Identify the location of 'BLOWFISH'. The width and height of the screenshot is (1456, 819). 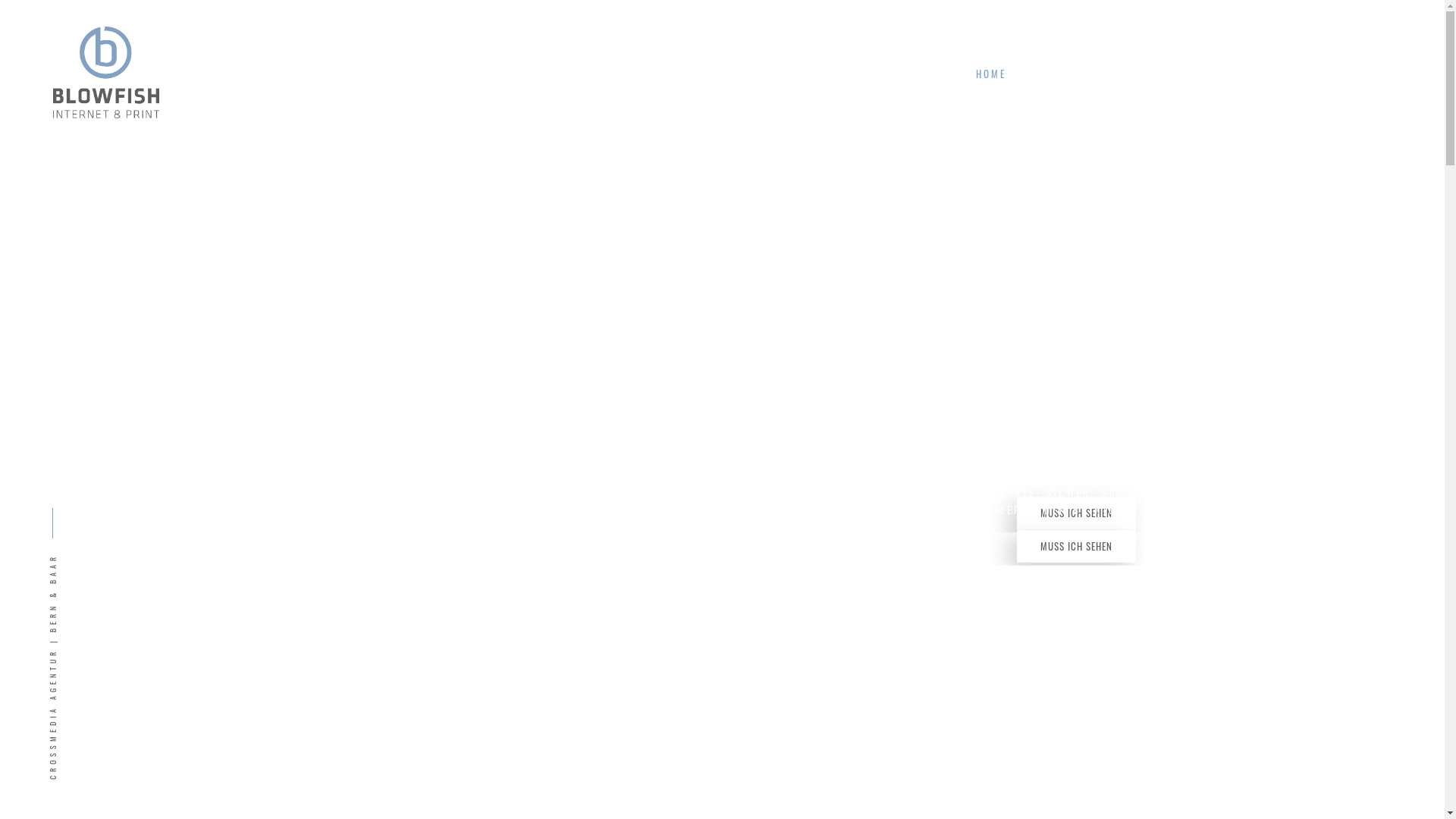
(1203, 74).